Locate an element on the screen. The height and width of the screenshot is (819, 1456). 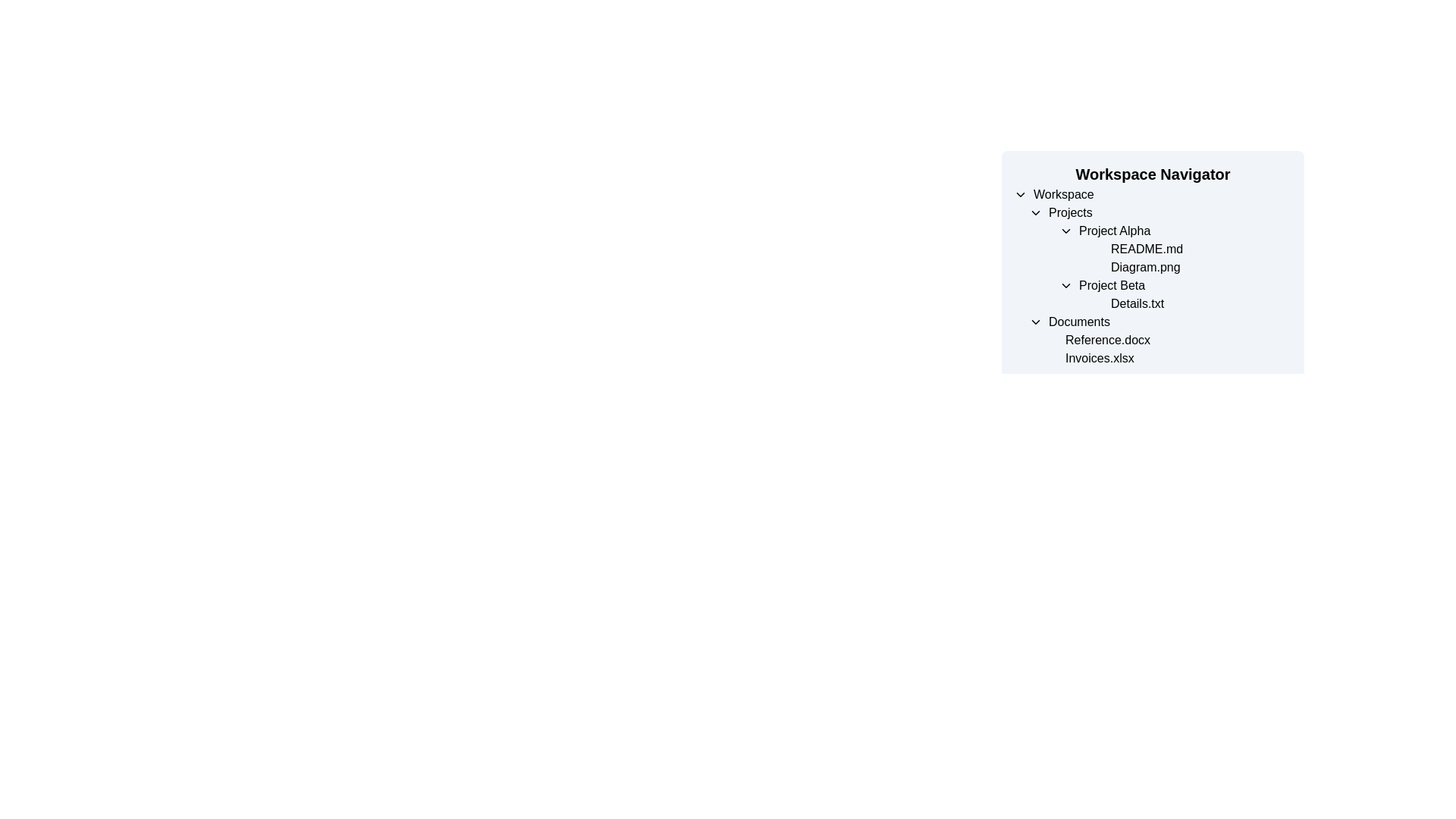
the text label representing the file named 'Details.txt' located in the 'Project Beta' folder of the 'Workspace Navigator' is located at coordinates (1137, 304).